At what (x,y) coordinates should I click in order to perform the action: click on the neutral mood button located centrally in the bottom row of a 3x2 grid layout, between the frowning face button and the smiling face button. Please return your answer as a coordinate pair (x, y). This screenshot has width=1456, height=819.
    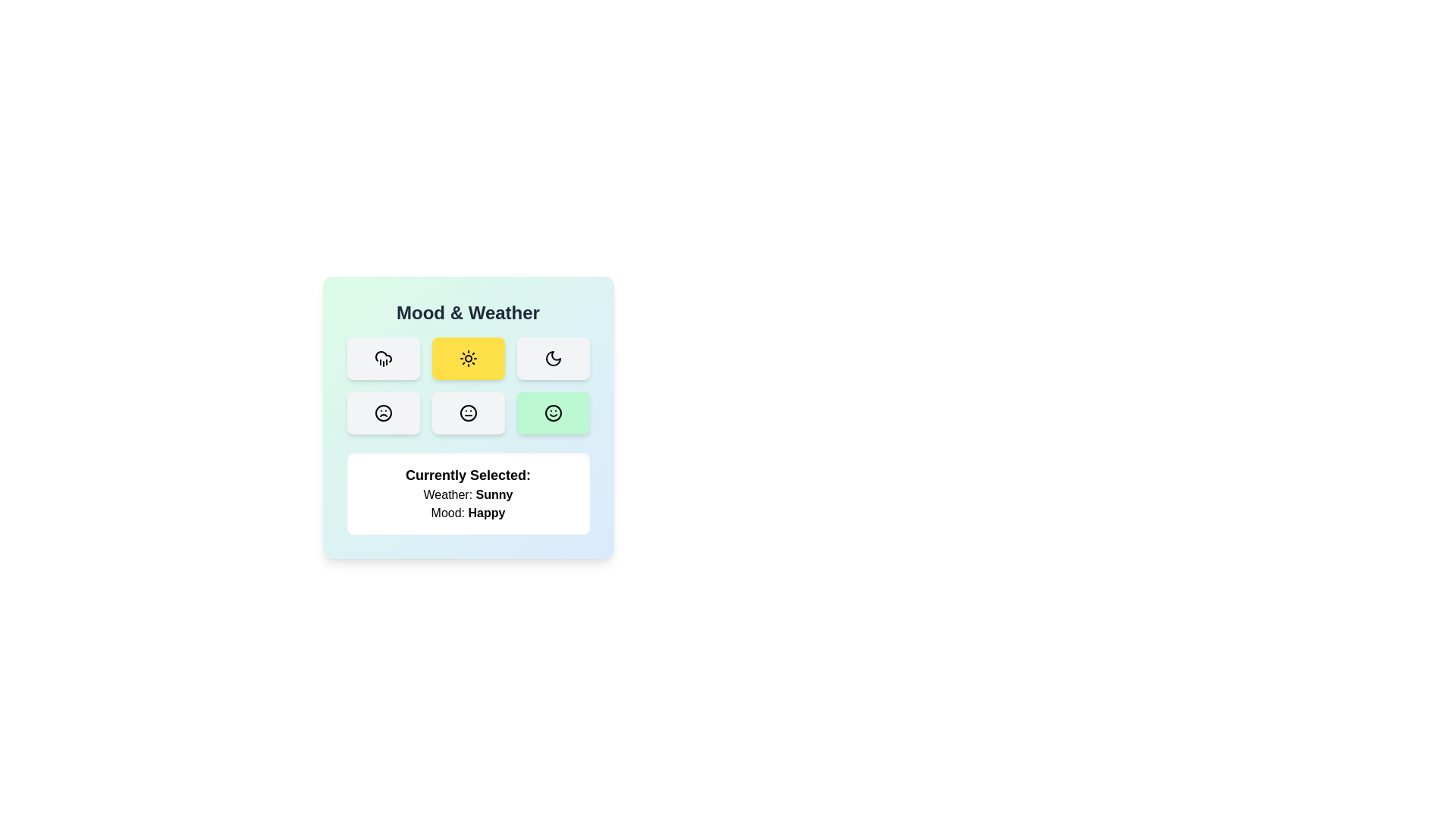
    Looking at the image, I should click on (467, 413).